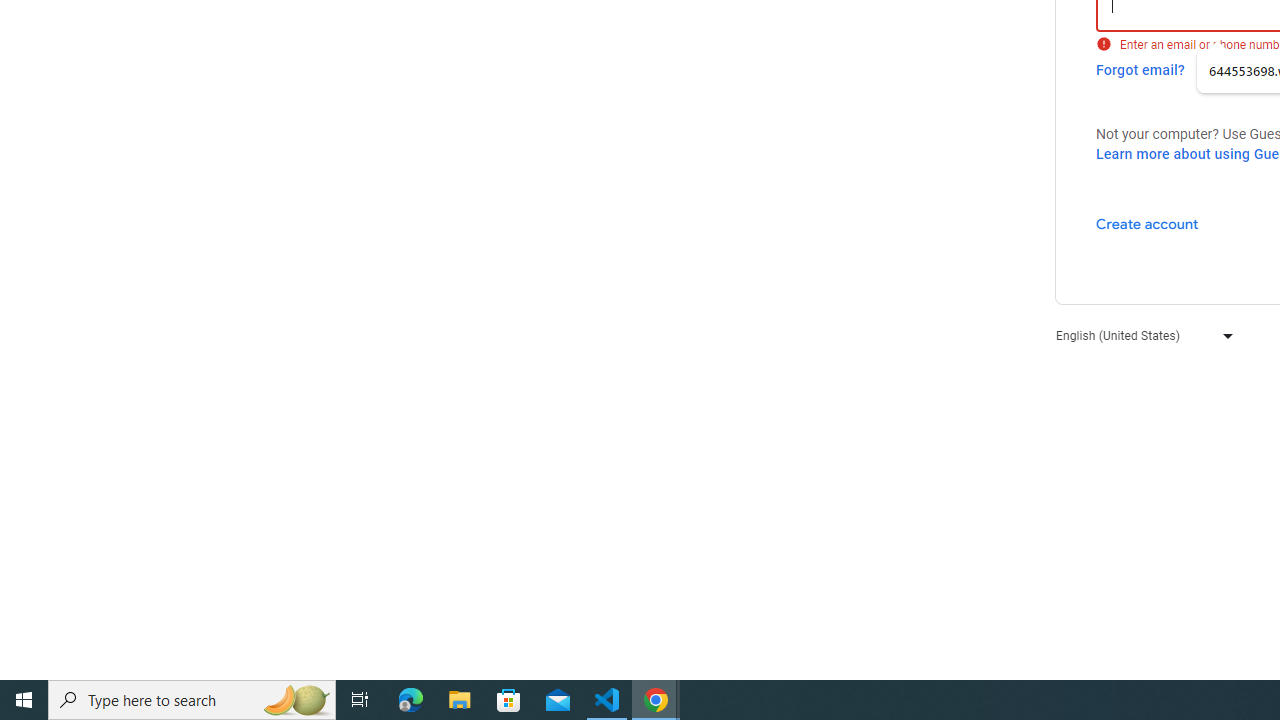 This screenshot has width=1280, height=720. Describe the element at coordinates (1146, 223) in the screenshot. I see `'Create account'` at that location.